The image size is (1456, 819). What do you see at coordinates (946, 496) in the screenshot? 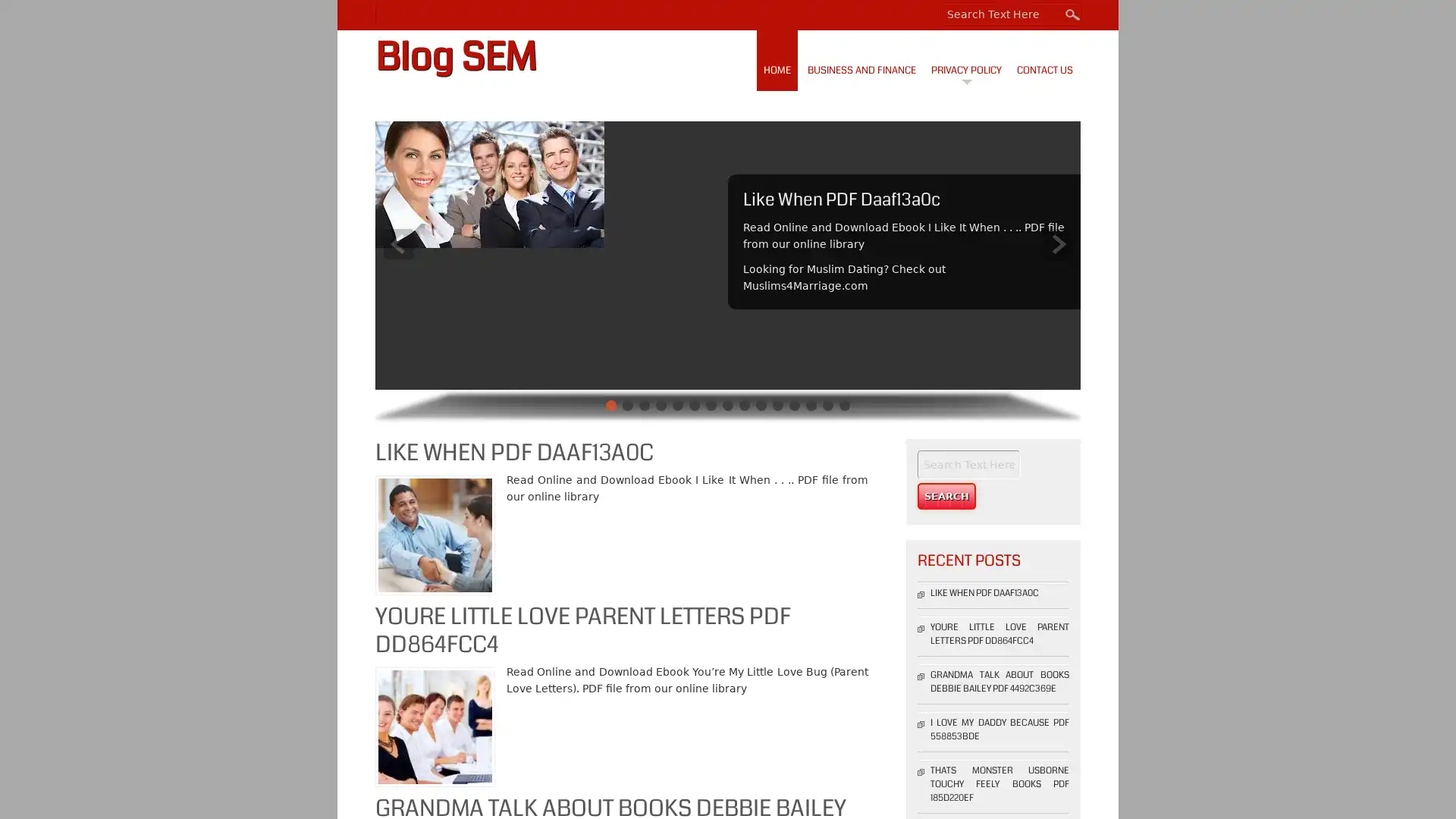
I see `Search` at bounding box center [946, 496].